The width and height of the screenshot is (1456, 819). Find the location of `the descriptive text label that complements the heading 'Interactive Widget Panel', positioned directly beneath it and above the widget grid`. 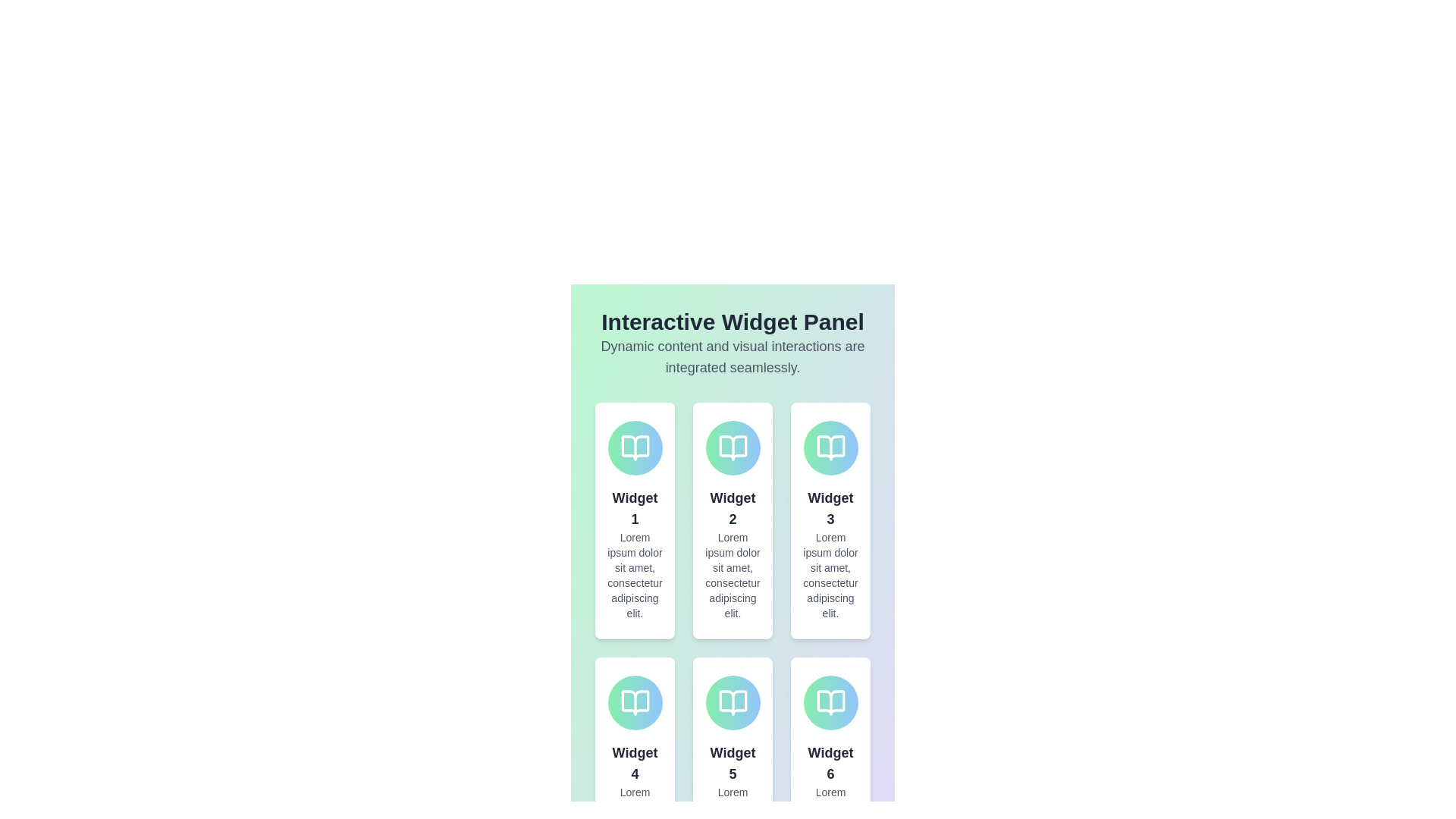

the descriptive text label that complements the heading 'Interactive Widget Panel', positioned directly beneath it and above the widget grid is located at coordinates (733, 356).